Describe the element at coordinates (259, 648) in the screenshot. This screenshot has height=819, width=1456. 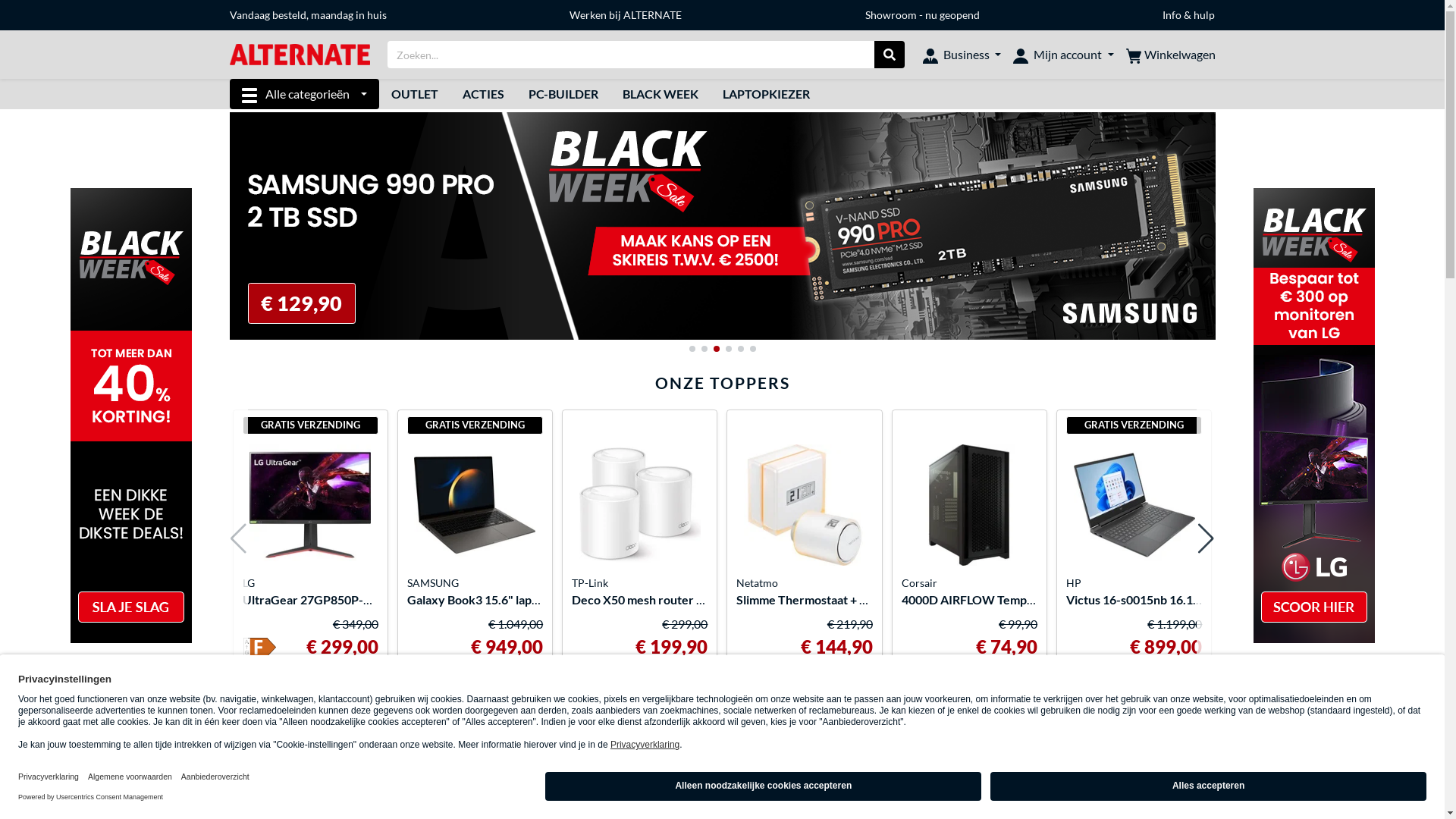
I see `'F'` at that location.